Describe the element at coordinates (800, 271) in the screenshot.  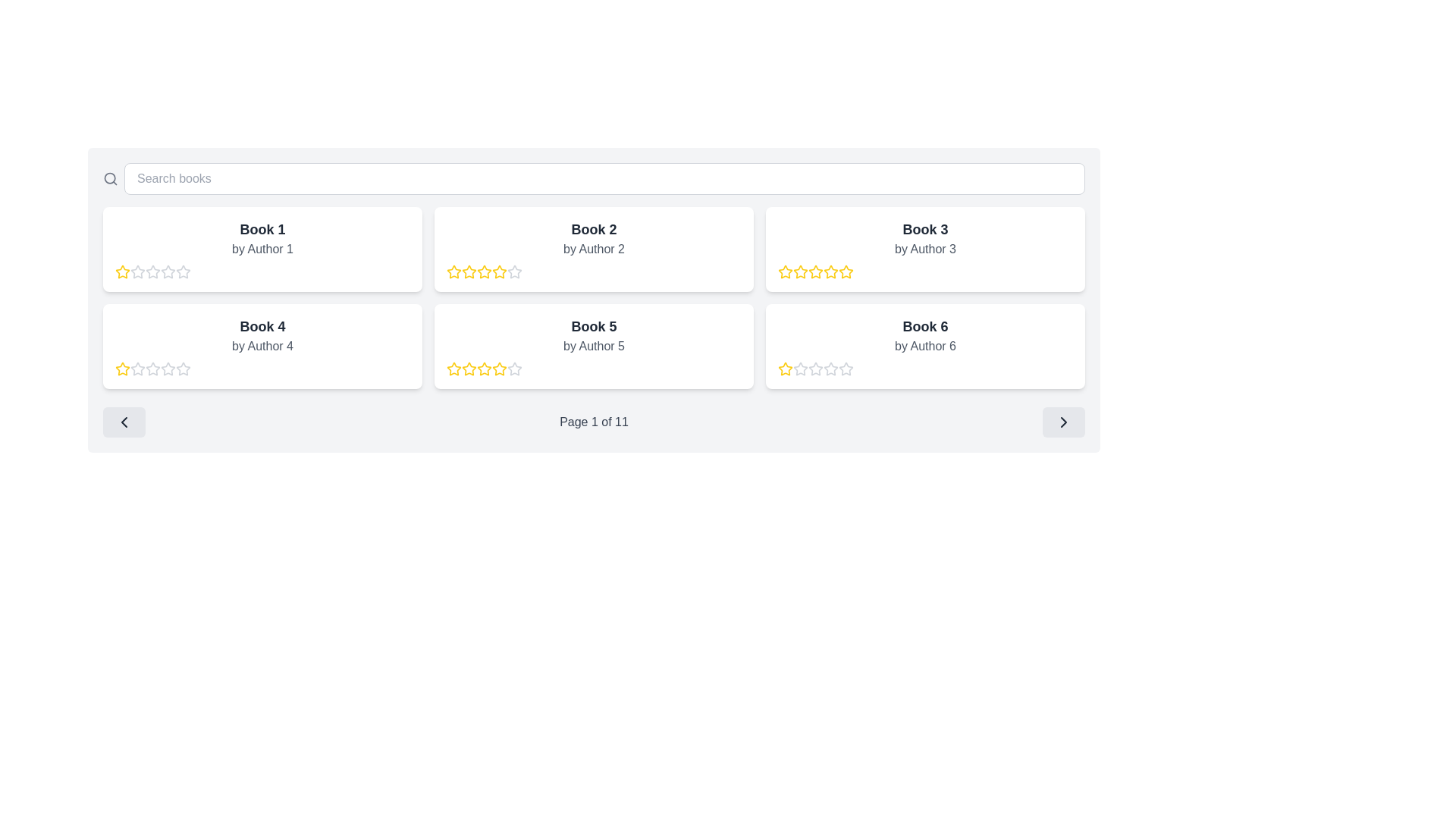
I see `the second yellow rating star in the row of five stars under 'Book 3 by Author 3'` at that location.